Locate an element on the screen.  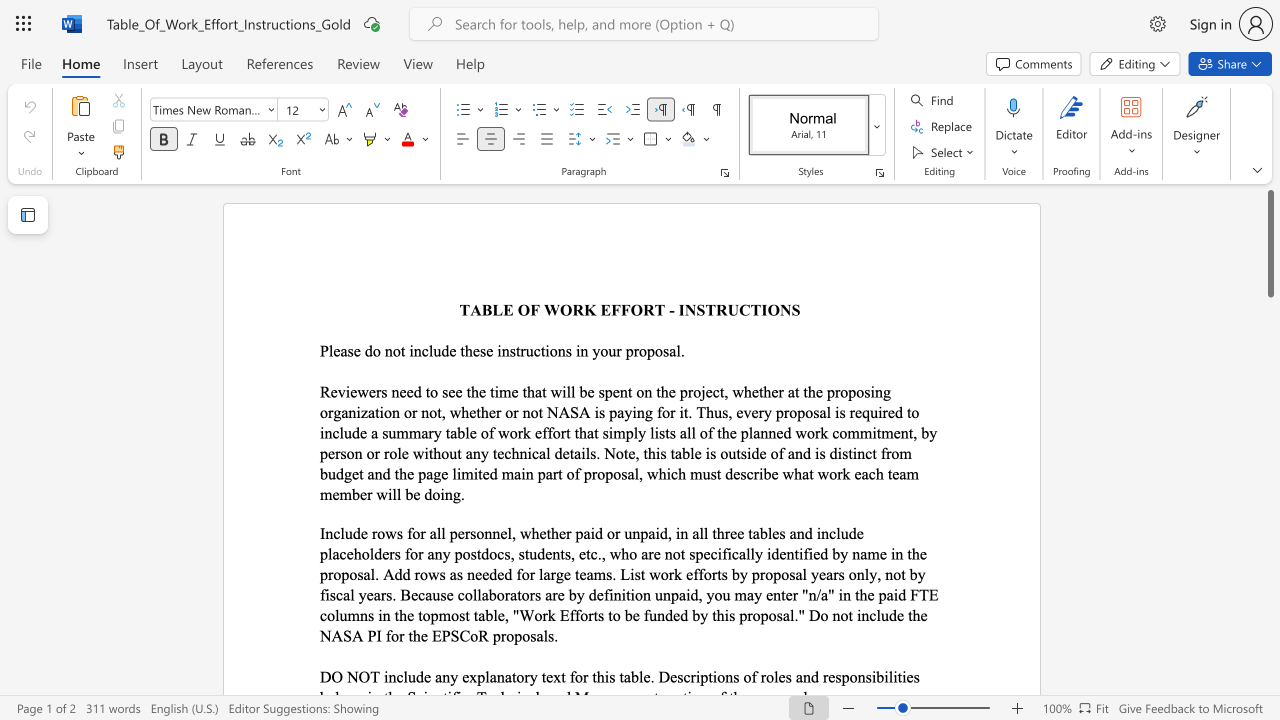
the scrollbar to scroll the page down is located at coordinates (1269, 560).